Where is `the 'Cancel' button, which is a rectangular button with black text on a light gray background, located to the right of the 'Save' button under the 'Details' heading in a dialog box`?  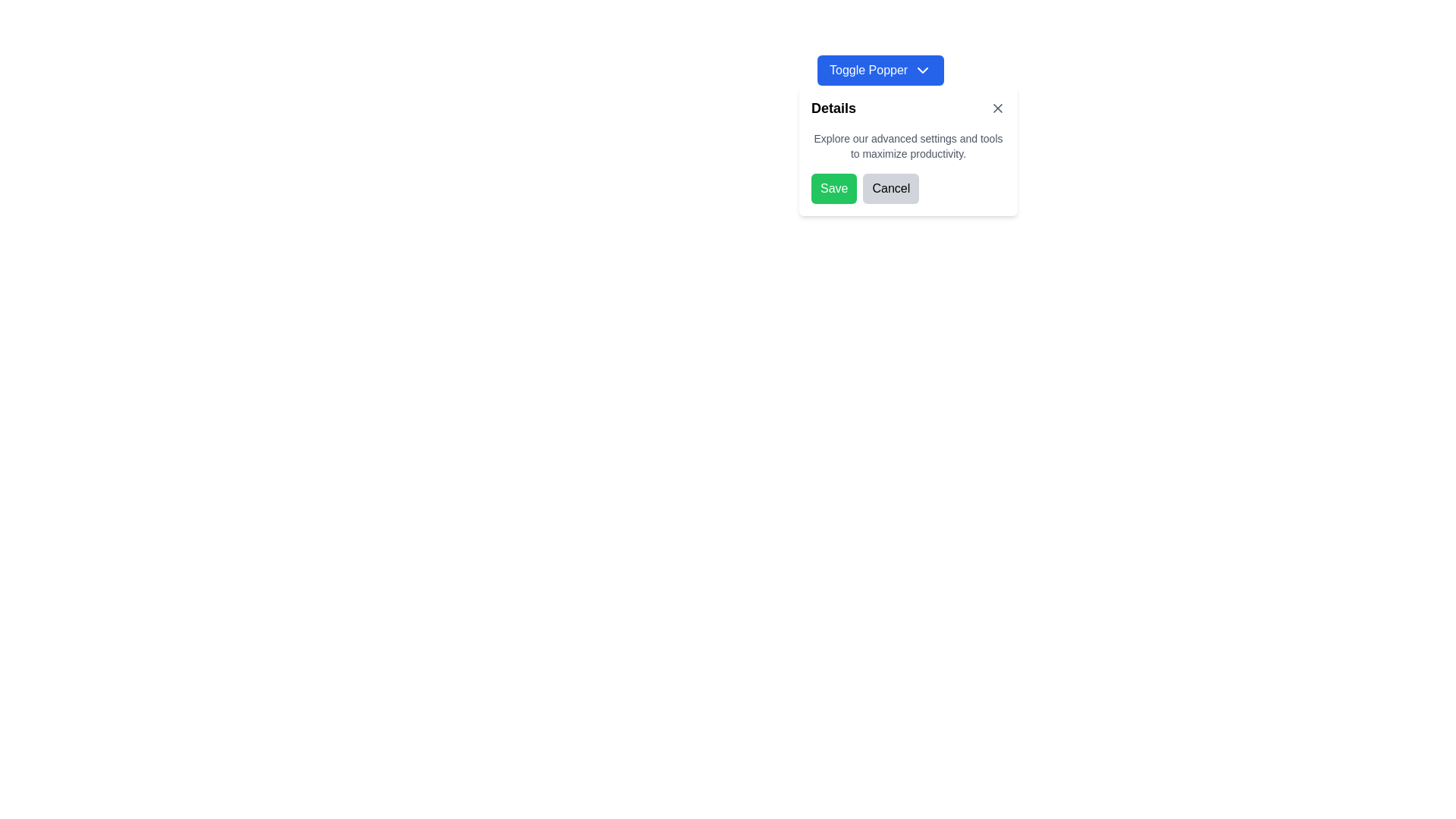
the 'Cancel' button, which is a rectangular button with black text on a light gray background, located to the right of the 'Save' button under the 'Details' heading in a dialog box is located at coordinates (891, 188).